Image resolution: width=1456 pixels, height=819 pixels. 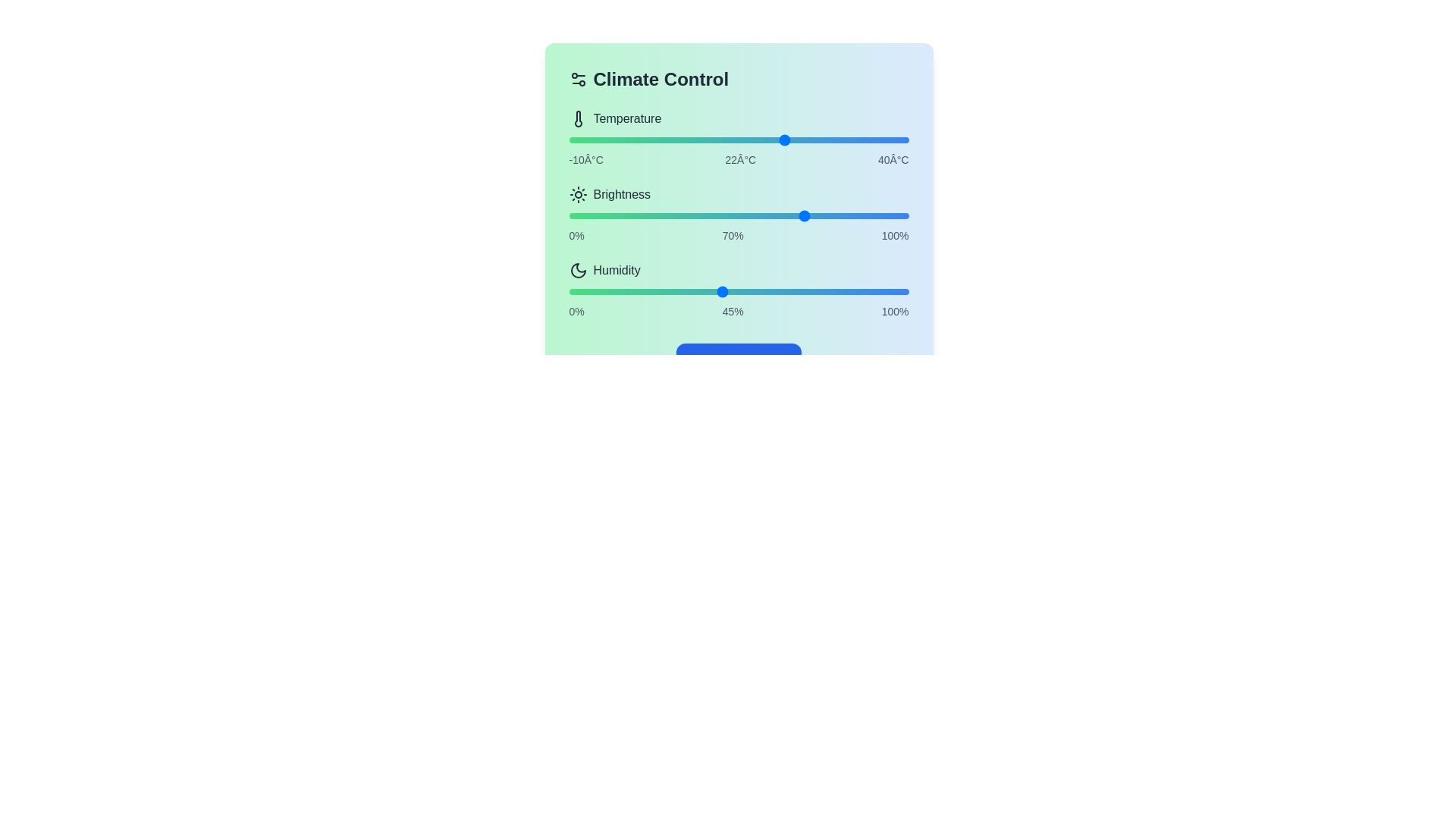 What do you see at coordinates (739, 160) in the screenshot?
I see `the Text Label displaying the temperature values '-10°C, 22°C, and 40°C' located below the 'Temperature' heading in the 'Climate Control' section` at bounding box center [739, 160].